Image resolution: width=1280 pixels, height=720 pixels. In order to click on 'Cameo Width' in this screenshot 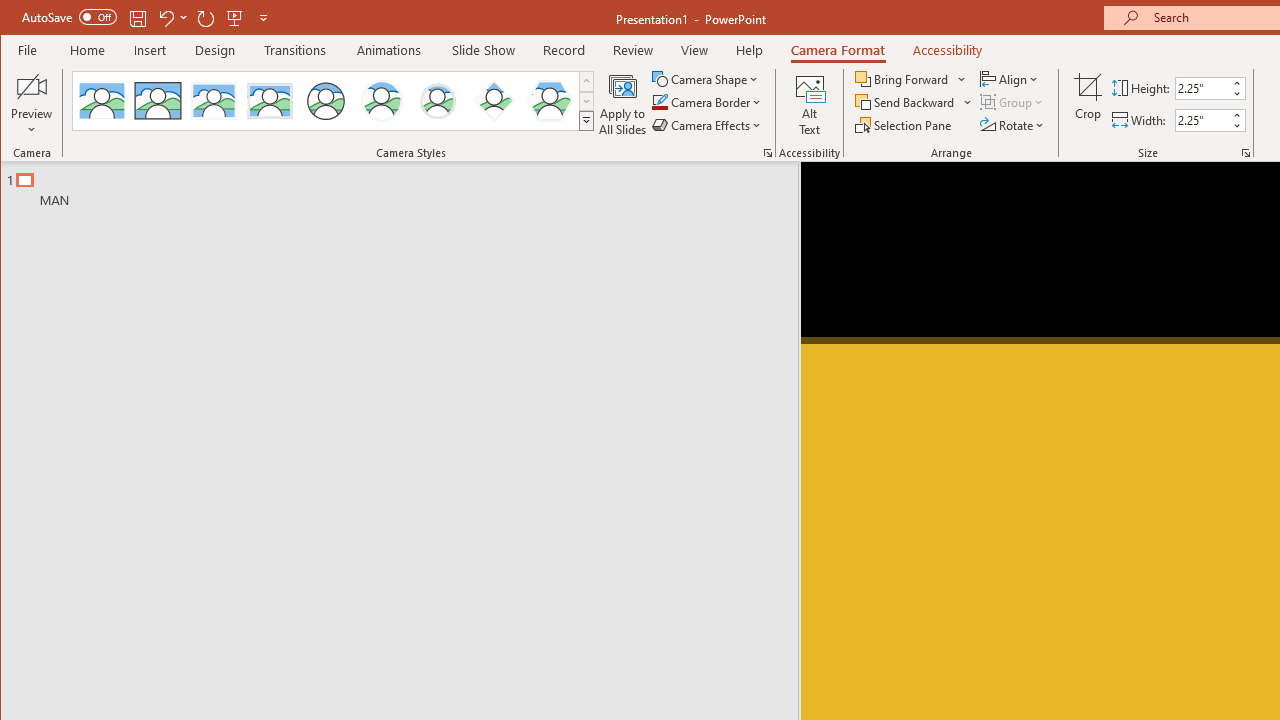, I will do `click(1200, 120)`.